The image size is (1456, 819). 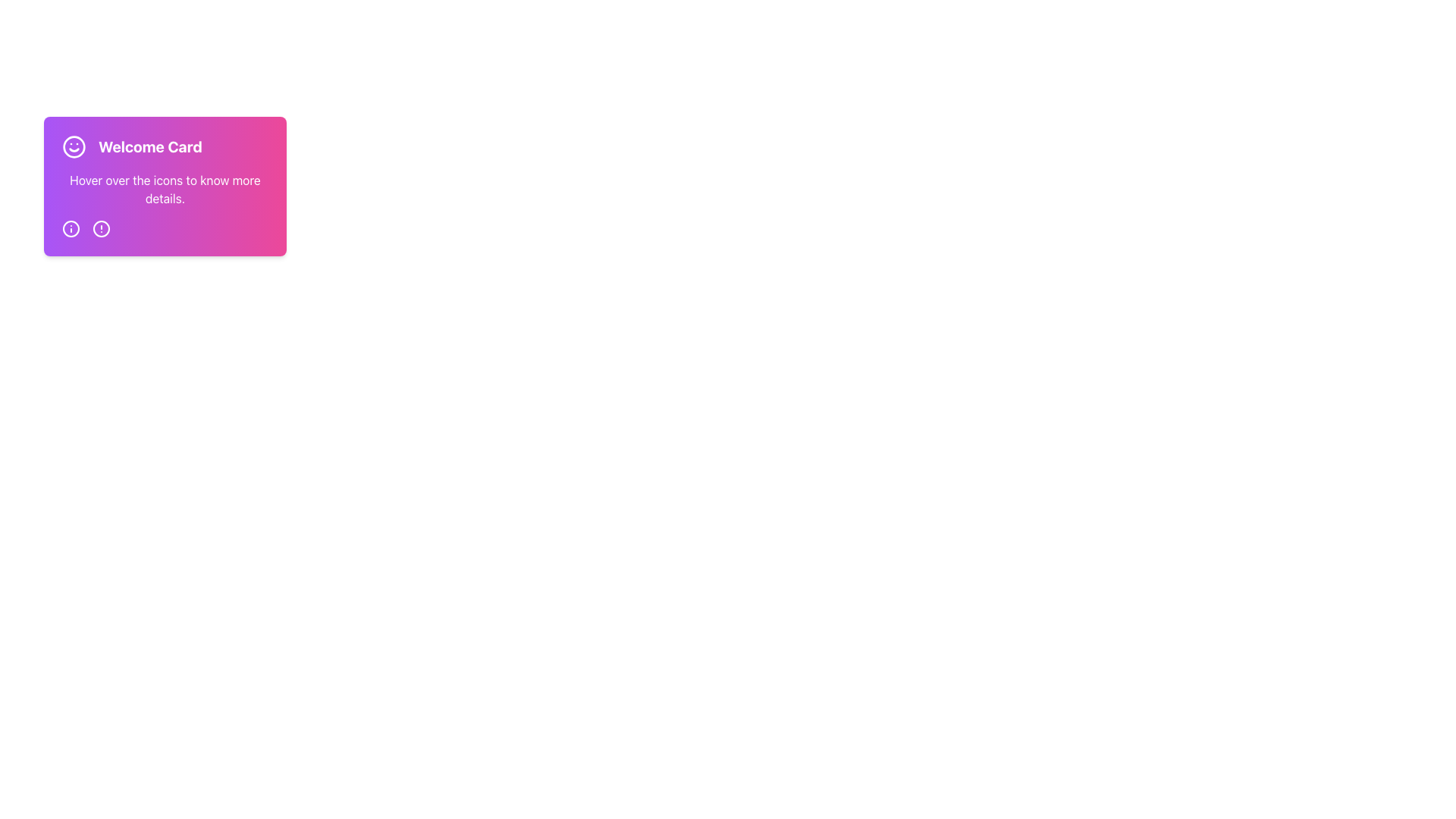 What do you see at coordinates (71, 228) in the screenshot?
I see `the purple circular decorative graphic located in the middle of an icon at the bottom of the 'Welcome Card'` at bounding box center [71, 228].